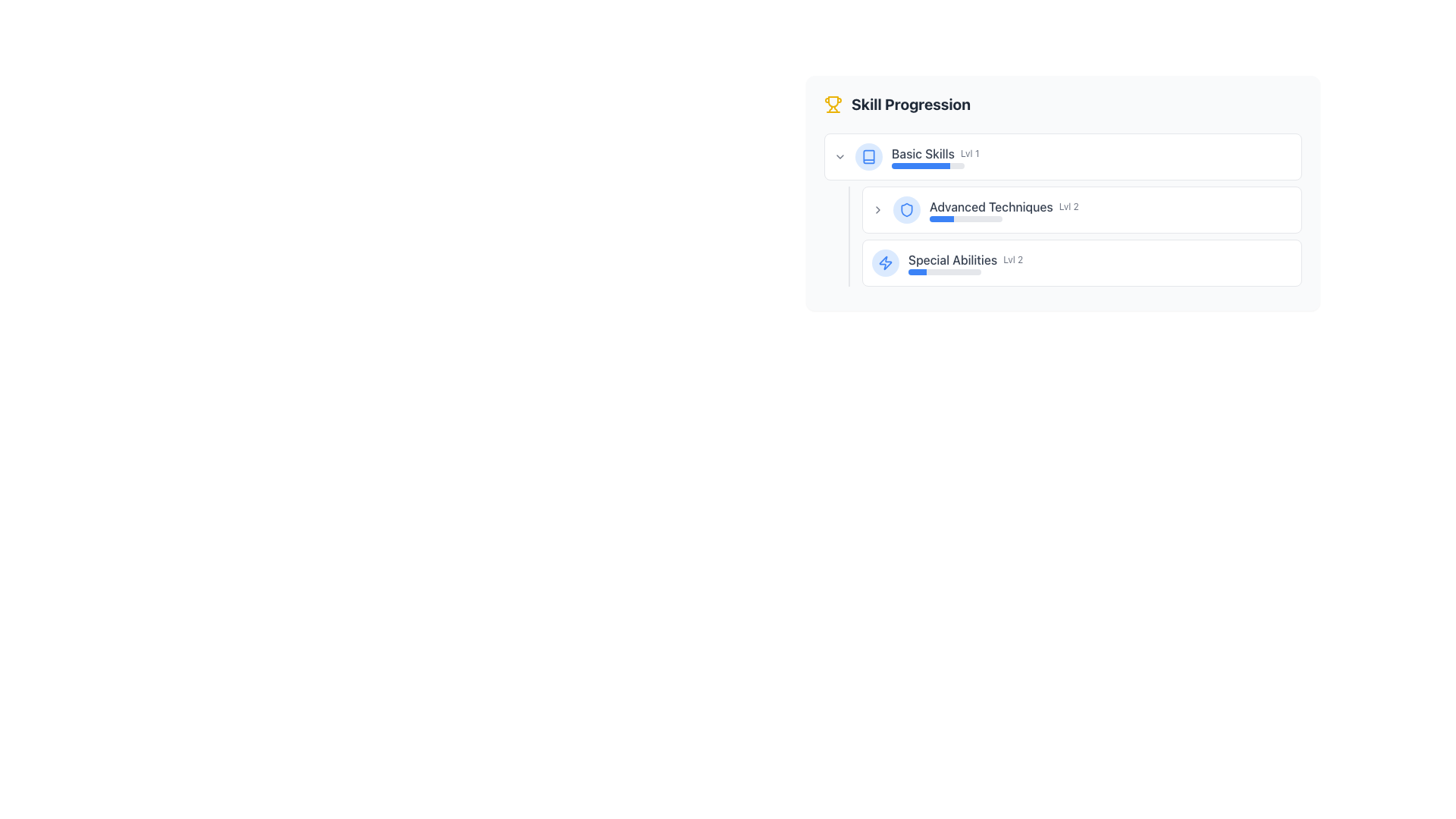 This screenshot has width=1456, height=819. I want to click on the List item element titled 'Special Abilities', so click(1081, 262).